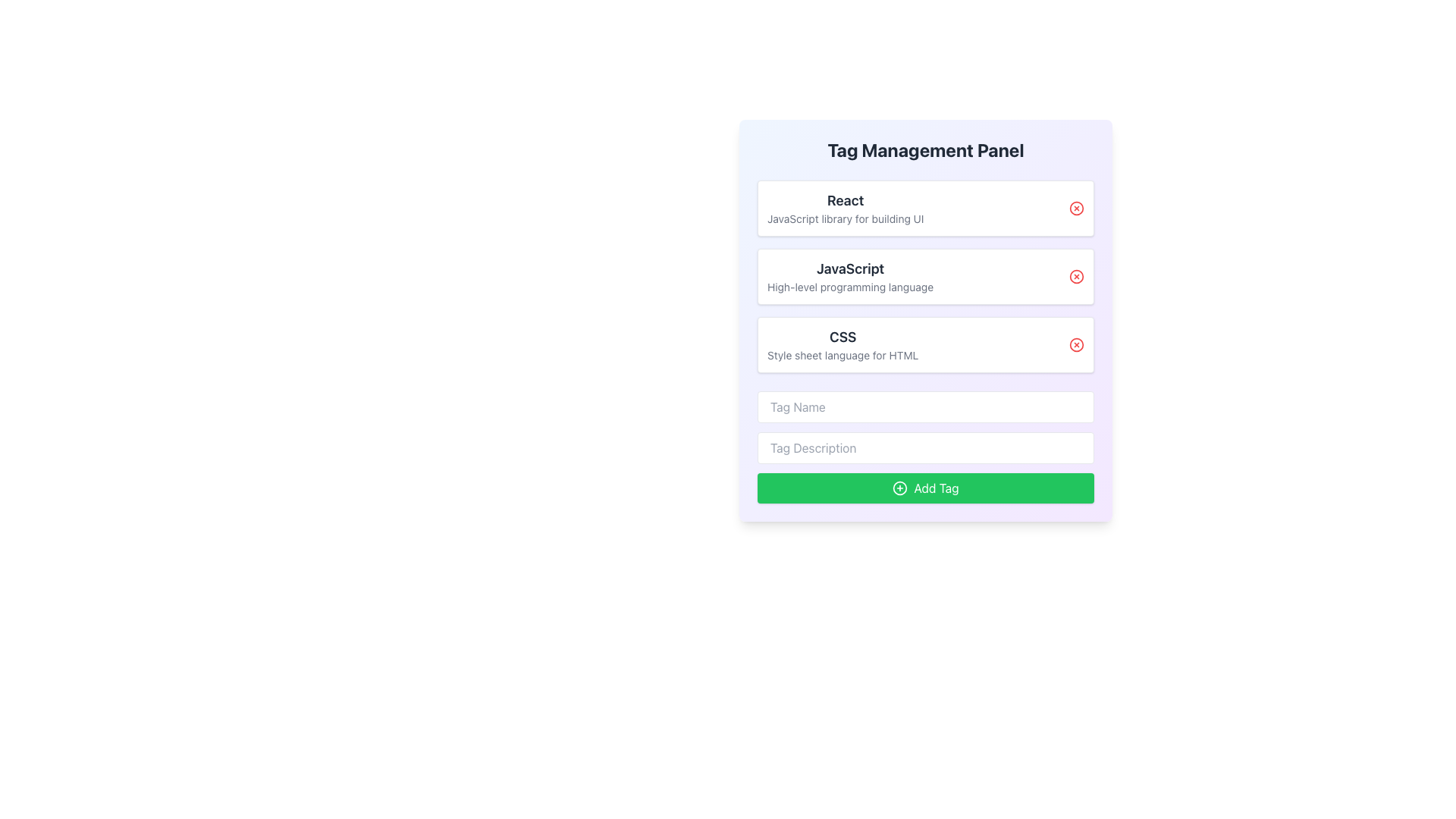 Image resolution: width=1456 pixels, height=819 pixels. What do you see at coordinates (924, 345) in the screenshot?
I see `the tag element labeled 'CSS' in the Tag Management Panel` at bounding box center [924, 345].